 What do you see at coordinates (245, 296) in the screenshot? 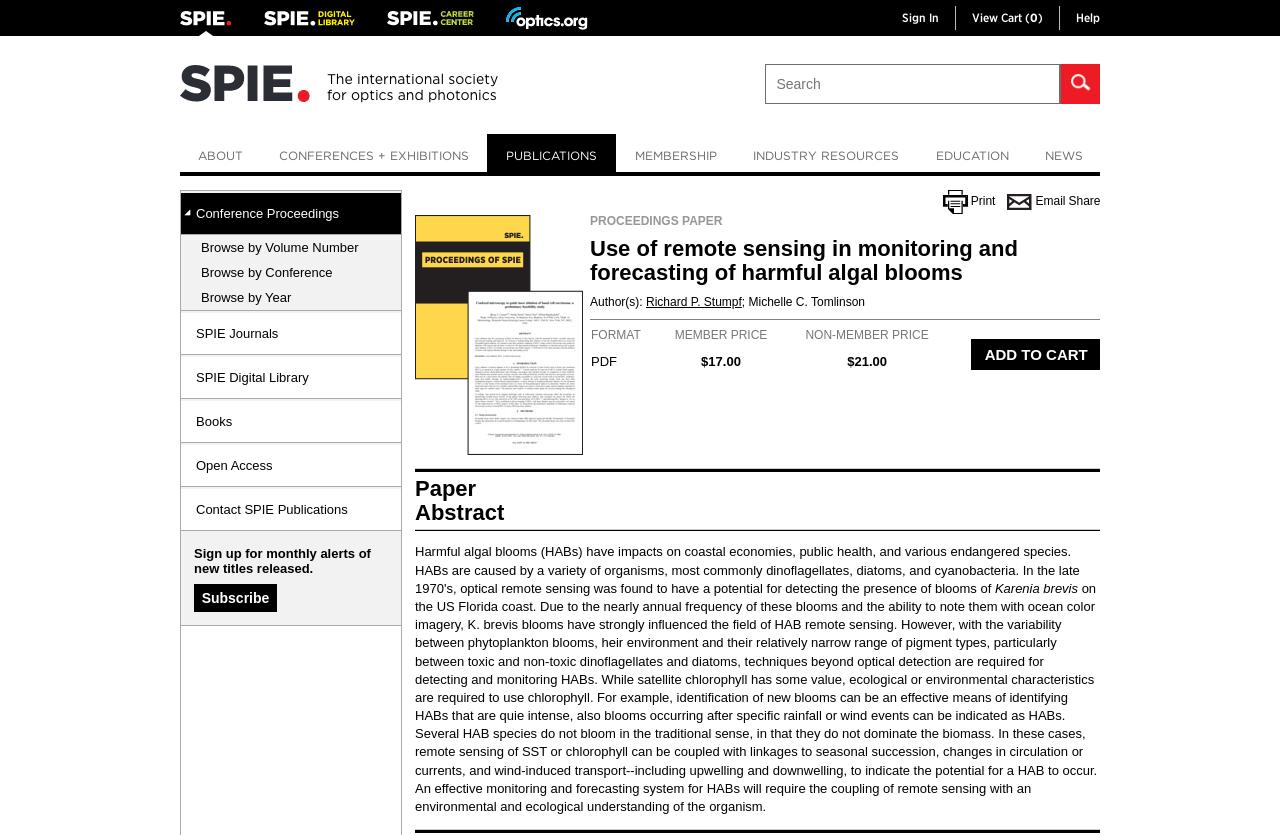
I see `'Browse by Year'` at bounding box center [245, 296].